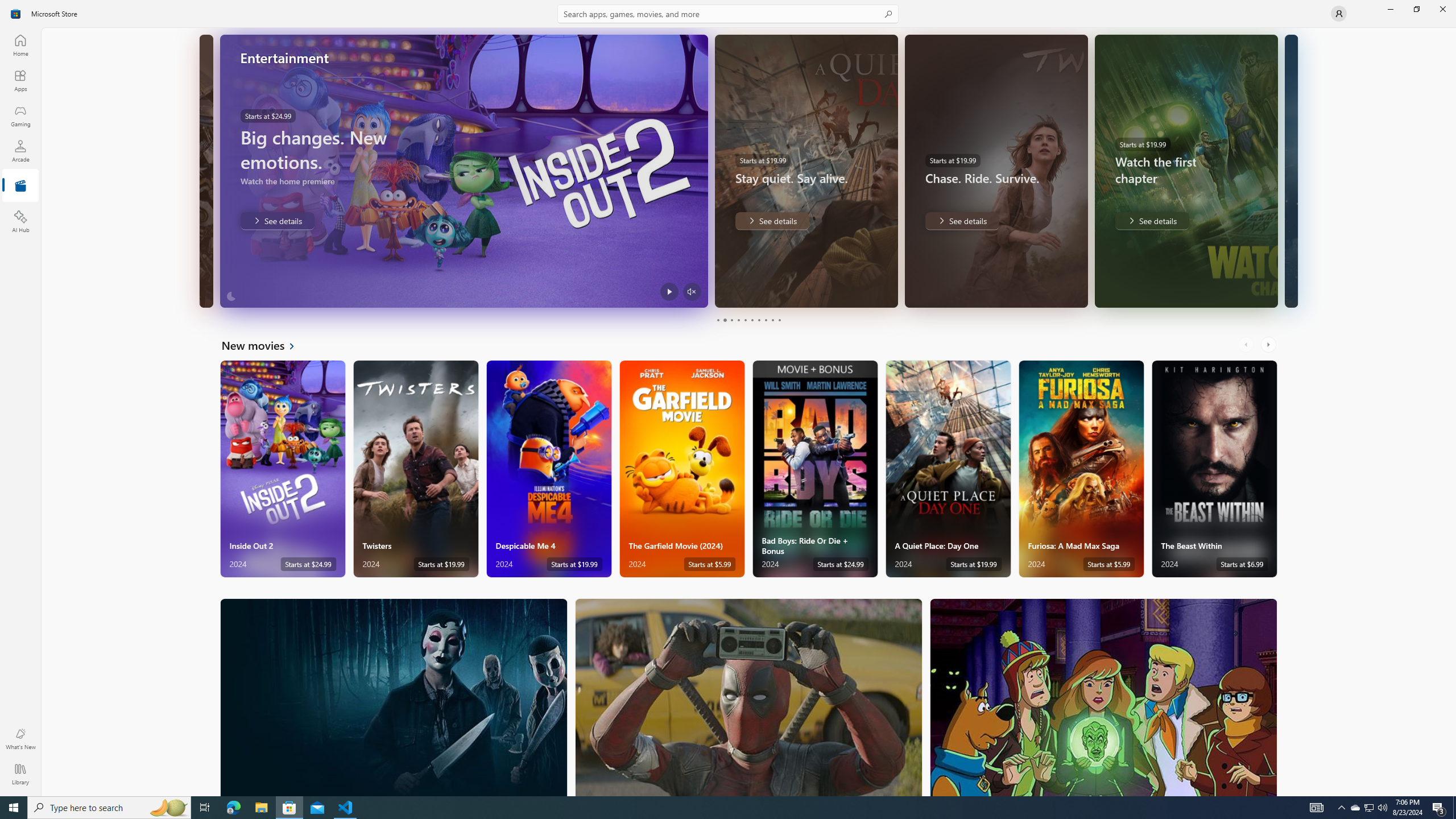 Image resolution: width=1456 pixels, height=819 pixels. Describe the element at coordinates (744, 320) in the screenshot. I see `'Page 5'` at that location.